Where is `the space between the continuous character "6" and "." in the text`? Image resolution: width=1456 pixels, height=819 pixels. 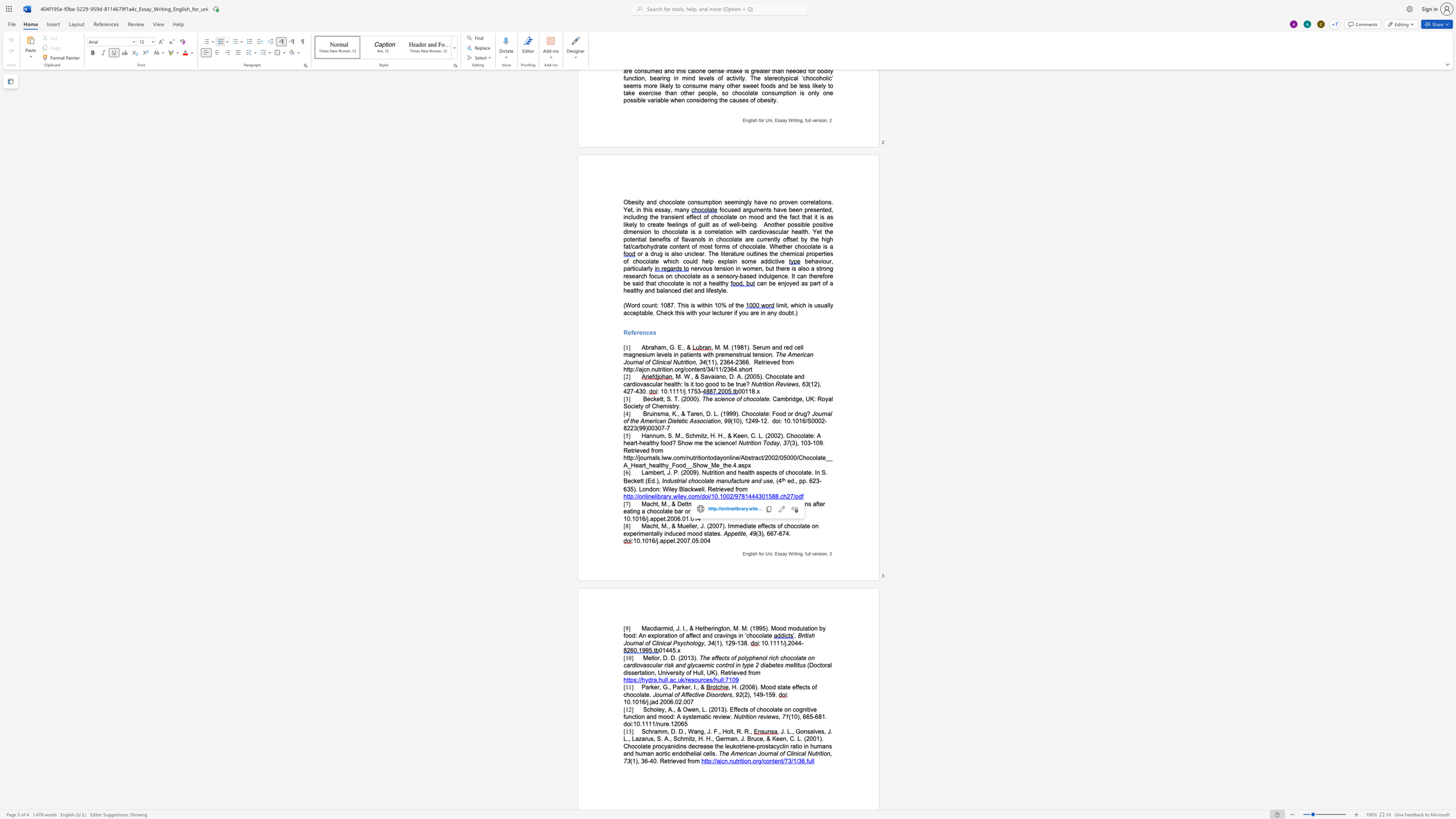
the space between the continuous character "6" and "." in the text is located at coordinates (680, 518).